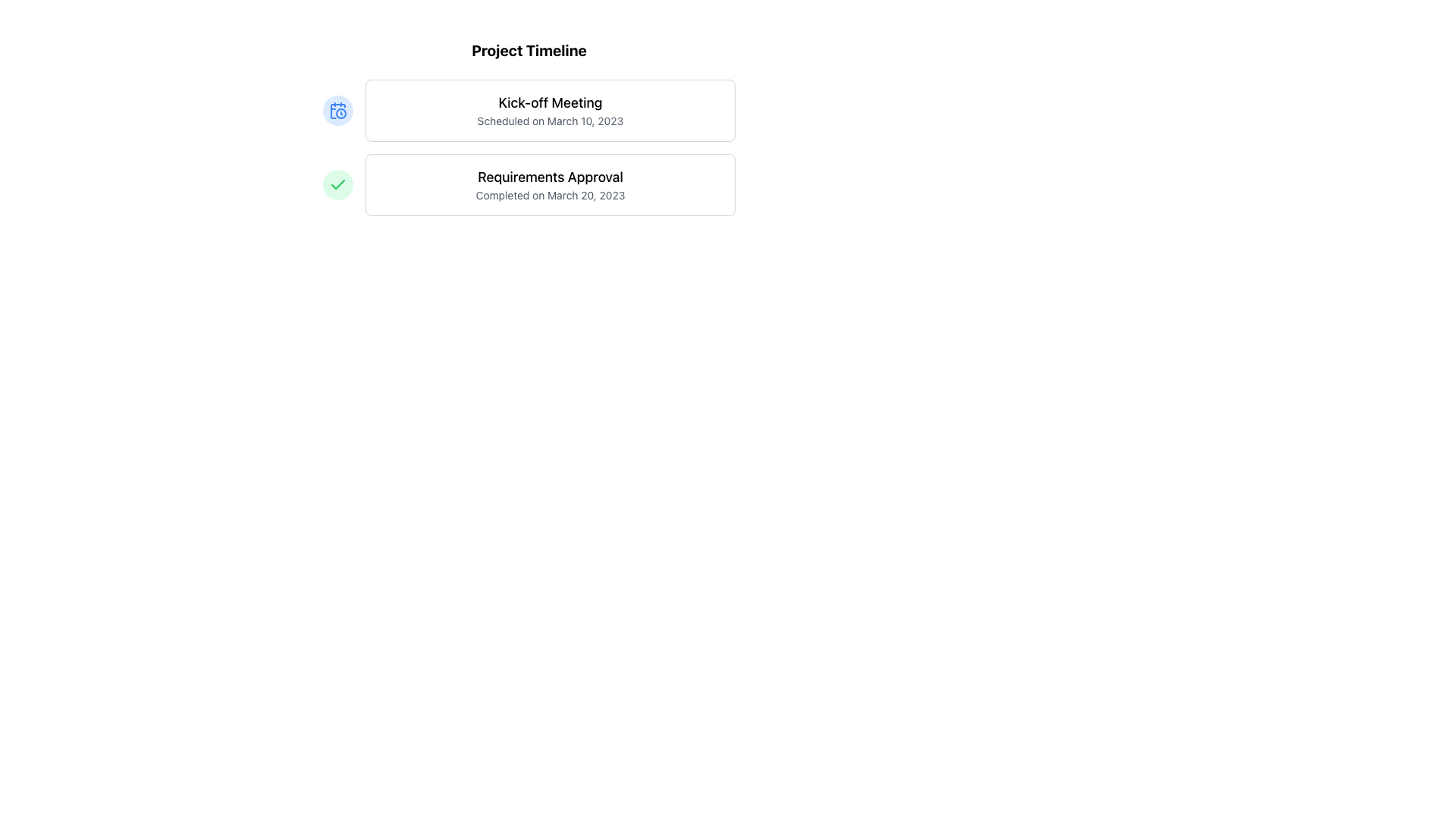 Image resolution: width=1456 pixels, height=819 pixels. I want to click on the green checkmark icon that indicates completion or validation, located to the left of the 'Requirements Approval' text in the timeline interface, so click(337, 184).